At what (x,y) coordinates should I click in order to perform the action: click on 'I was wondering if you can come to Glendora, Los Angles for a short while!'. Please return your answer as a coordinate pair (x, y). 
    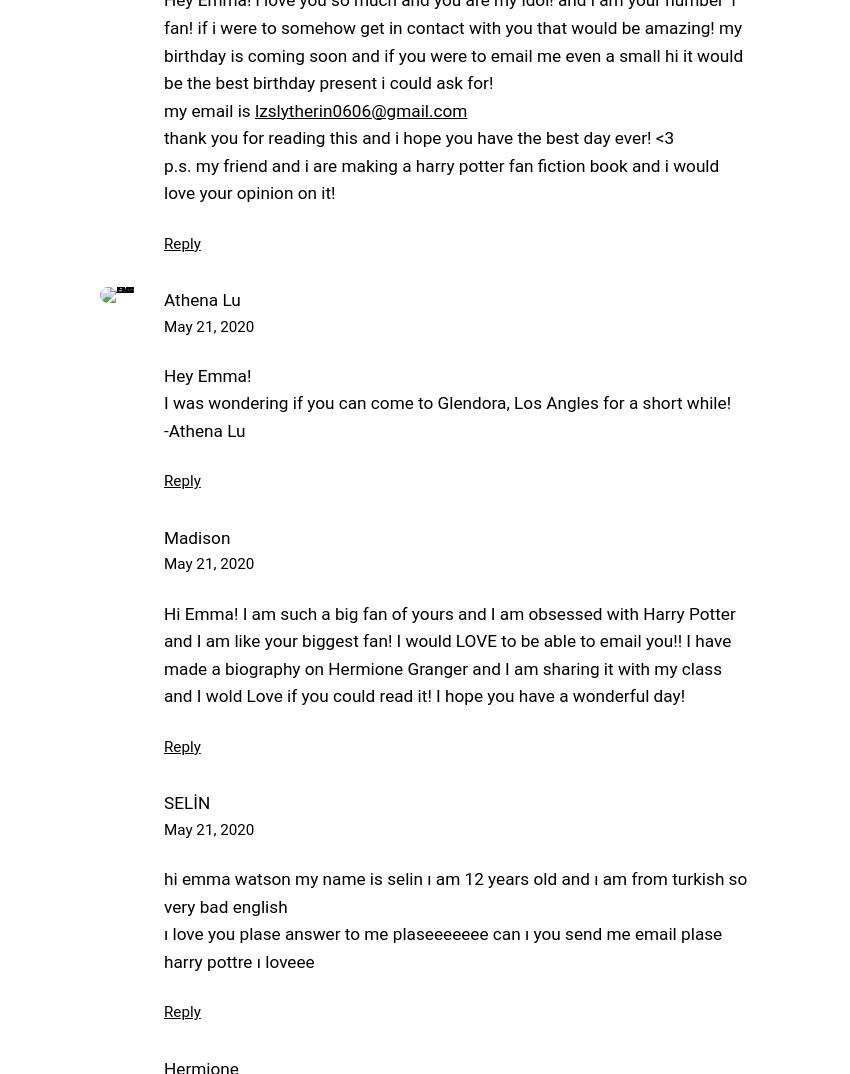
    Looking at the image, I should click on (446, 402).